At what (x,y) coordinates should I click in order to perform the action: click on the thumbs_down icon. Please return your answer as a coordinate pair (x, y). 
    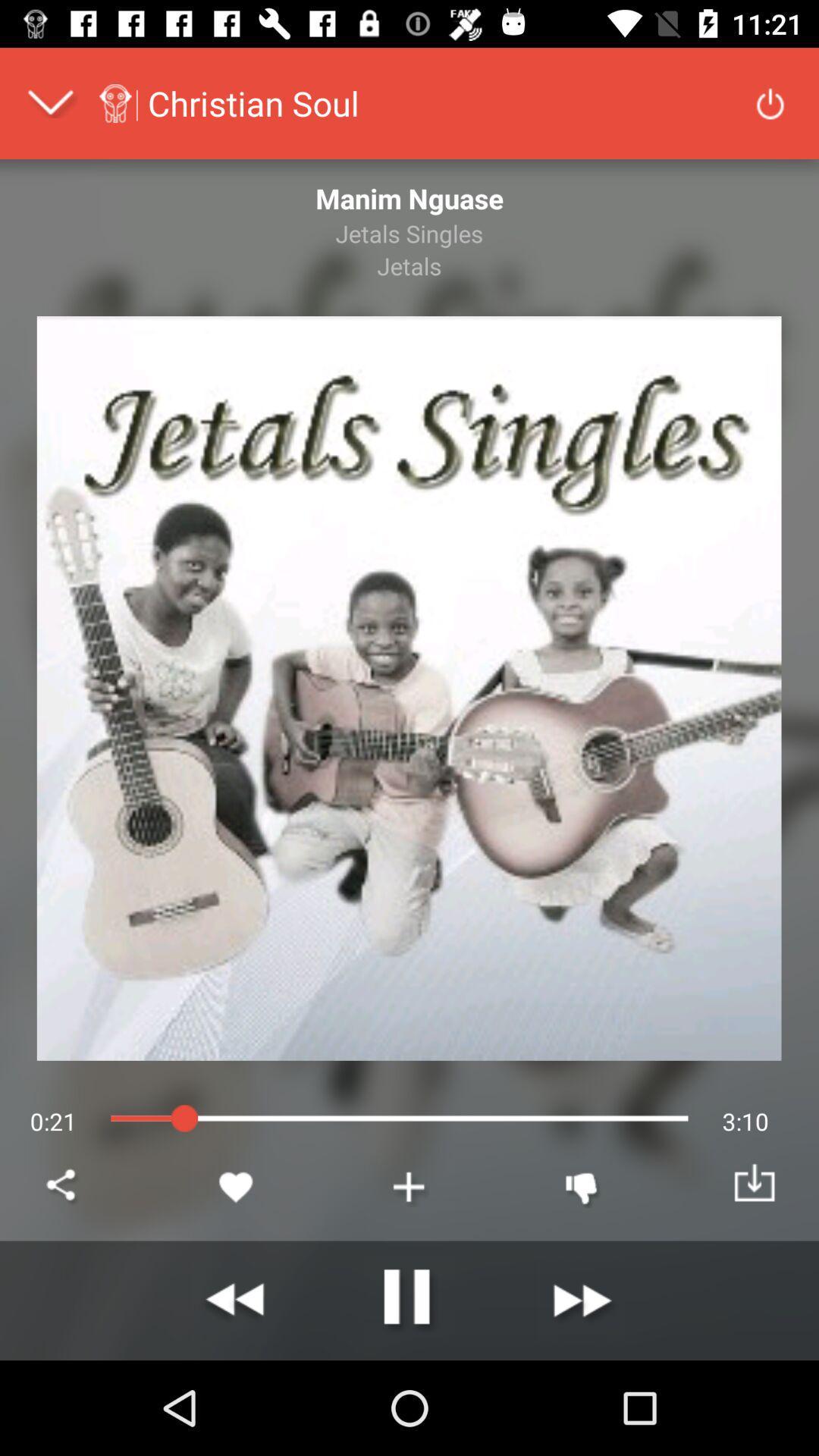
    Looking at the image, I should click on (581, 1186).